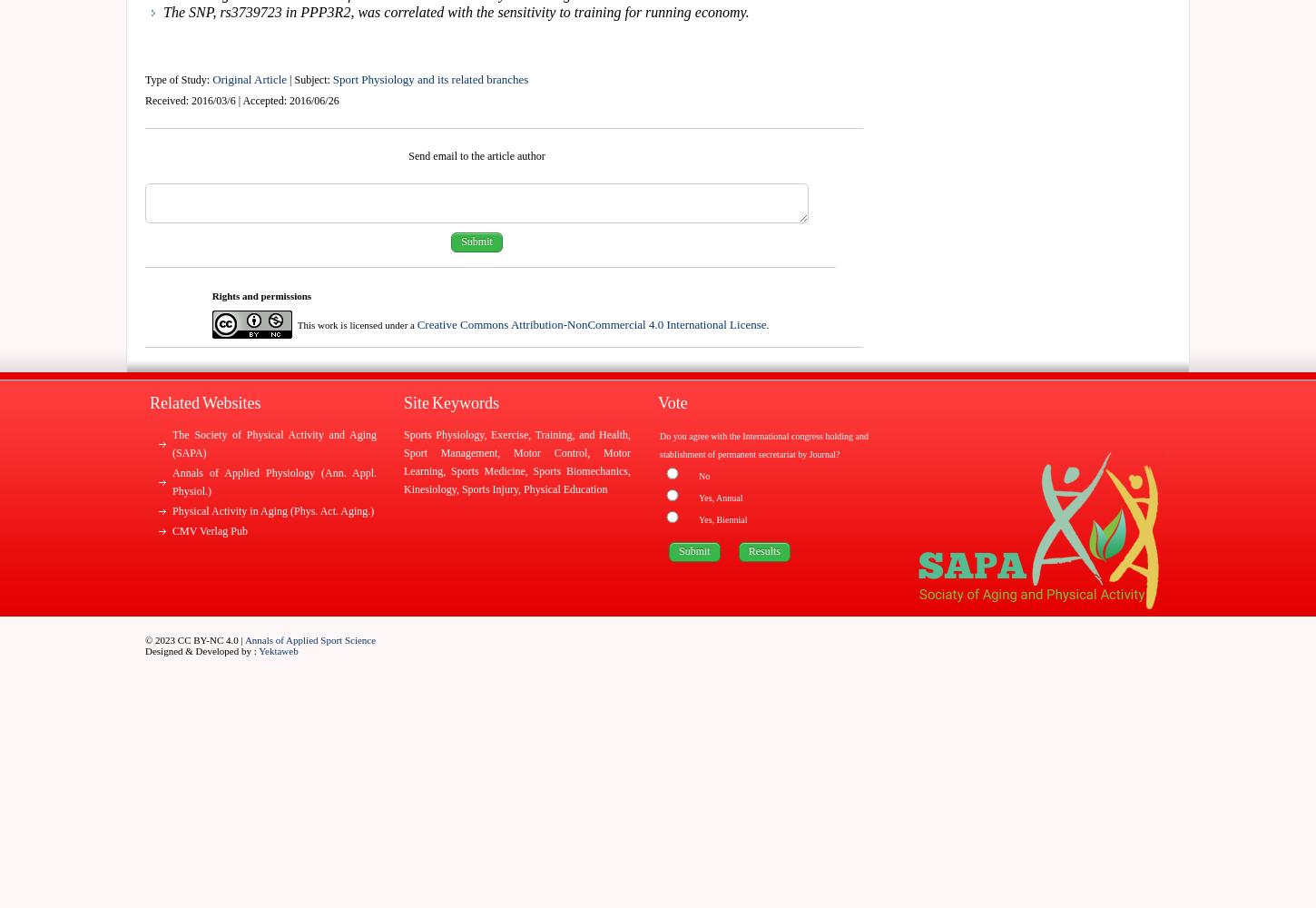 This screenshot has width=1316, height=908. I want to click on 'Annals of Applied Physiology (Ann. Appl. Physiol.)', so click(274, 482).